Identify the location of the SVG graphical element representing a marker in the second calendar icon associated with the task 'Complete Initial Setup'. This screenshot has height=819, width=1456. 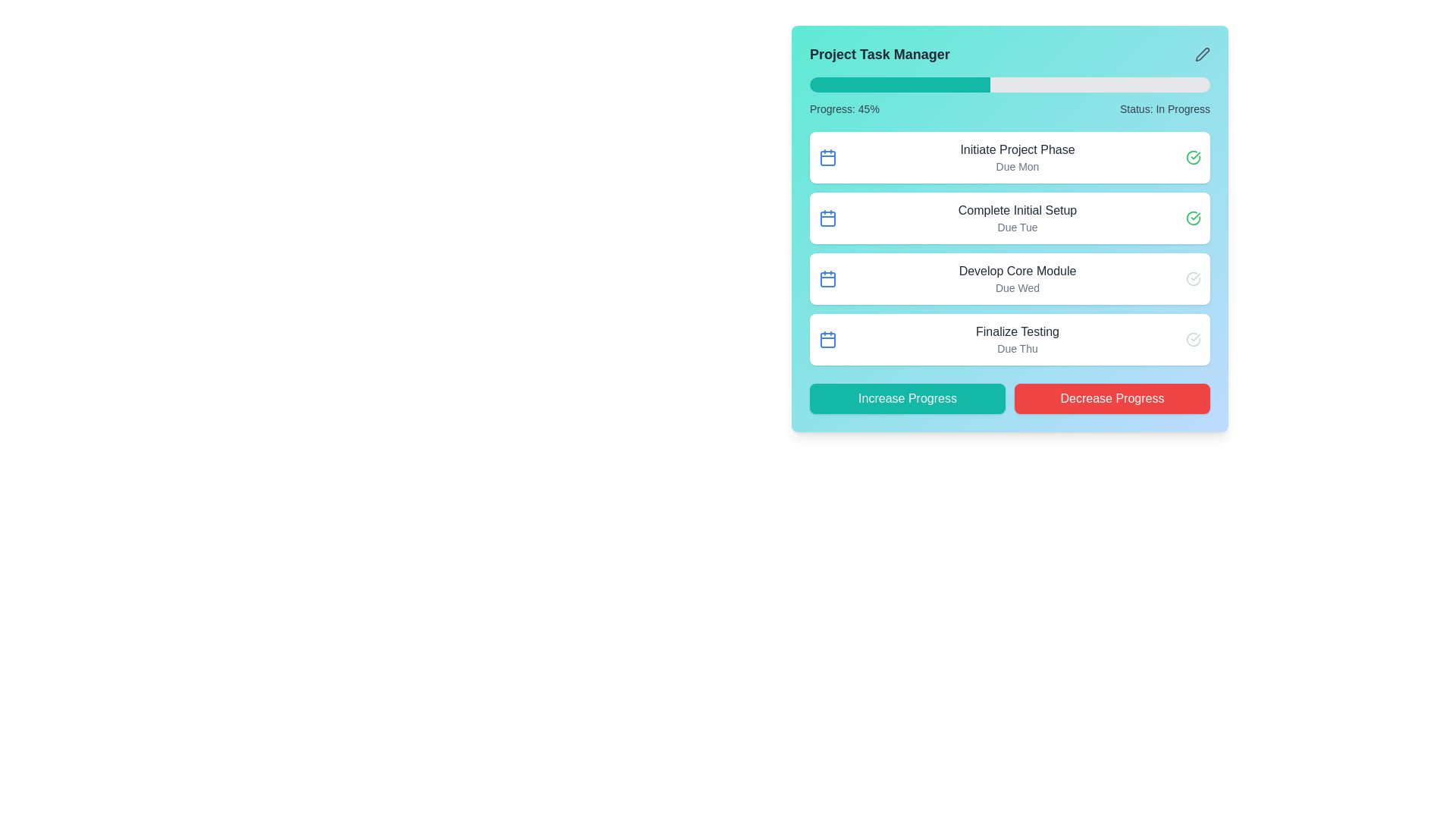
(827, 219).